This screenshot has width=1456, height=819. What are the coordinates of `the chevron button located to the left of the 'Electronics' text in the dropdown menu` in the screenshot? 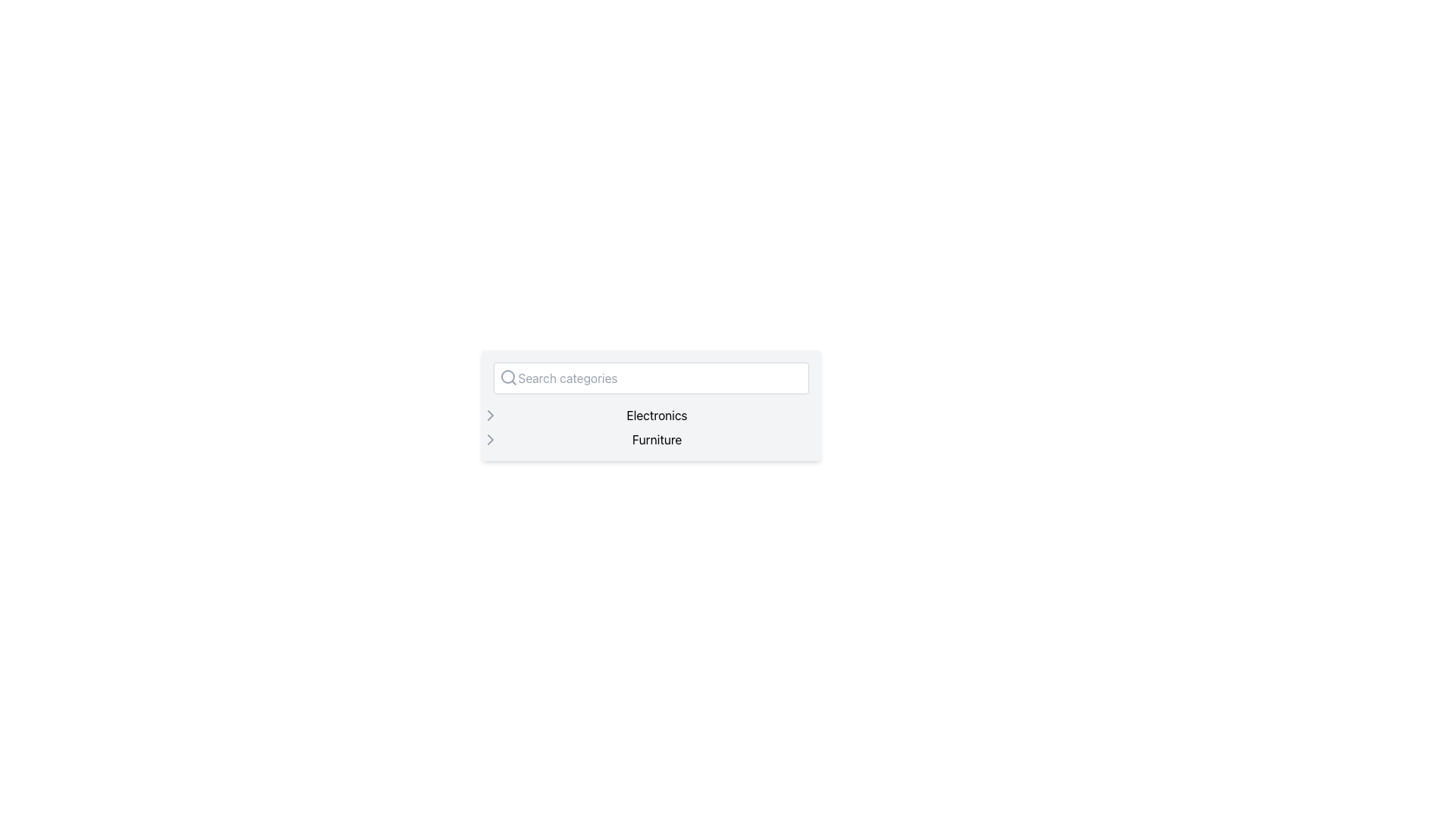 It's located at (490, 415).